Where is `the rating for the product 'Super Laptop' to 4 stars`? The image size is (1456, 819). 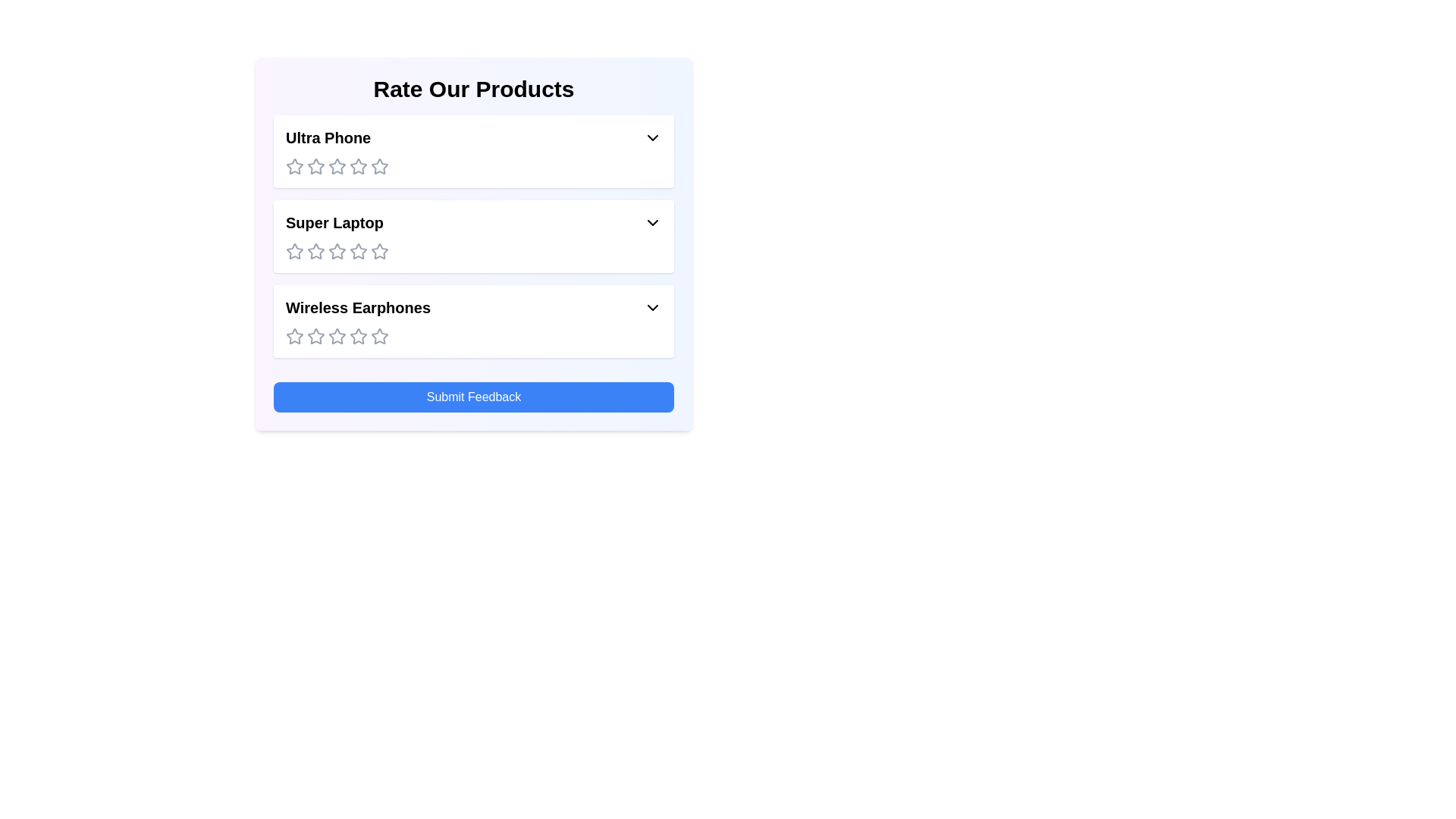 the rating for the product 'Super Laptop' to 4 stars is located at coordinates (358, 250).